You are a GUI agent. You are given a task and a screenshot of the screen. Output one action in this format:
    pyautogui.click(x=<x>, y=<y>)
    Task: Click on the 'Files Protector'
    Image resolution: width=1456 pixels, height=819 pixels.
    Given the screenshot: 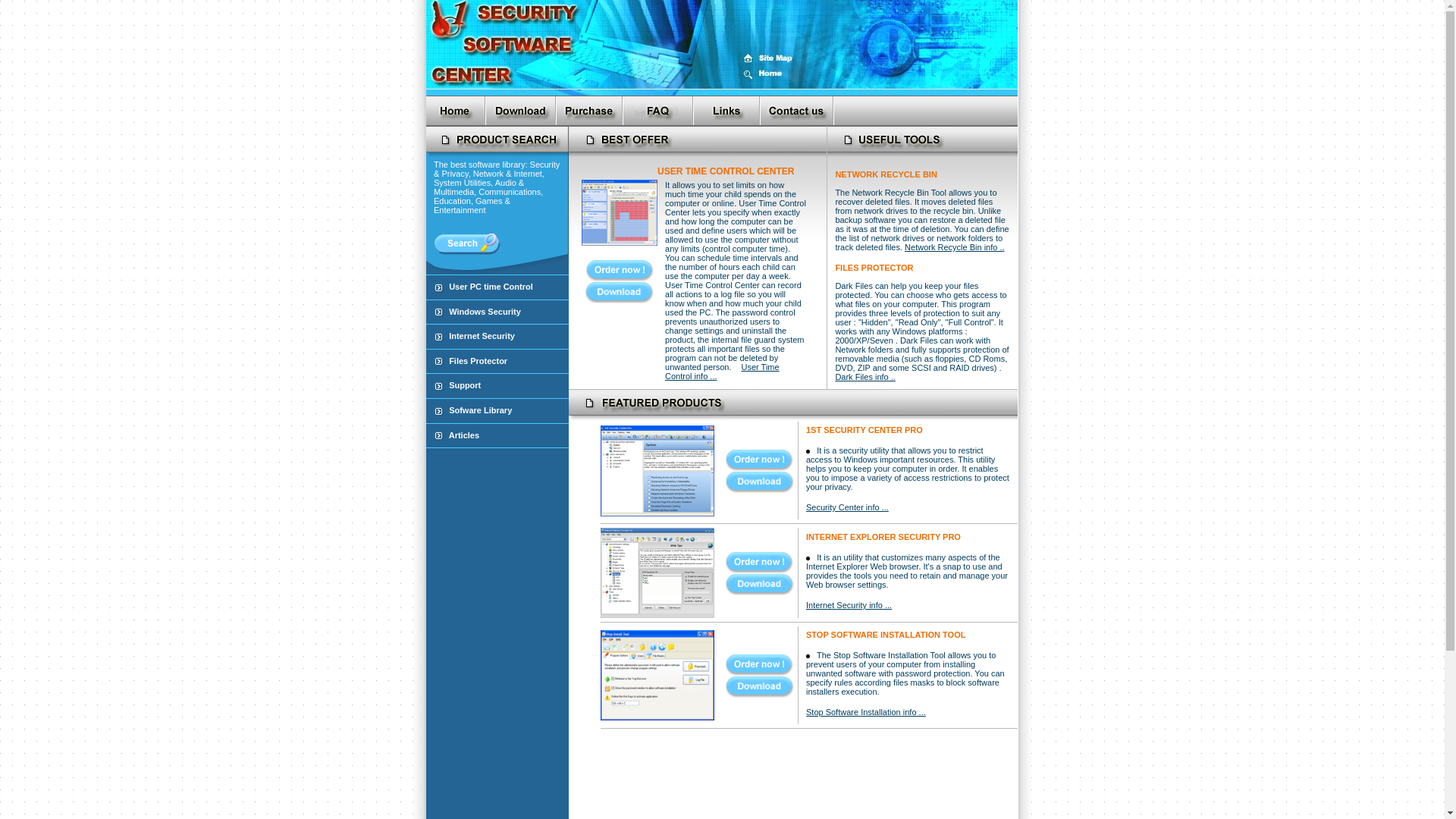 What is the action you would take?
    pyautogui.click(x=477, y=360)
    